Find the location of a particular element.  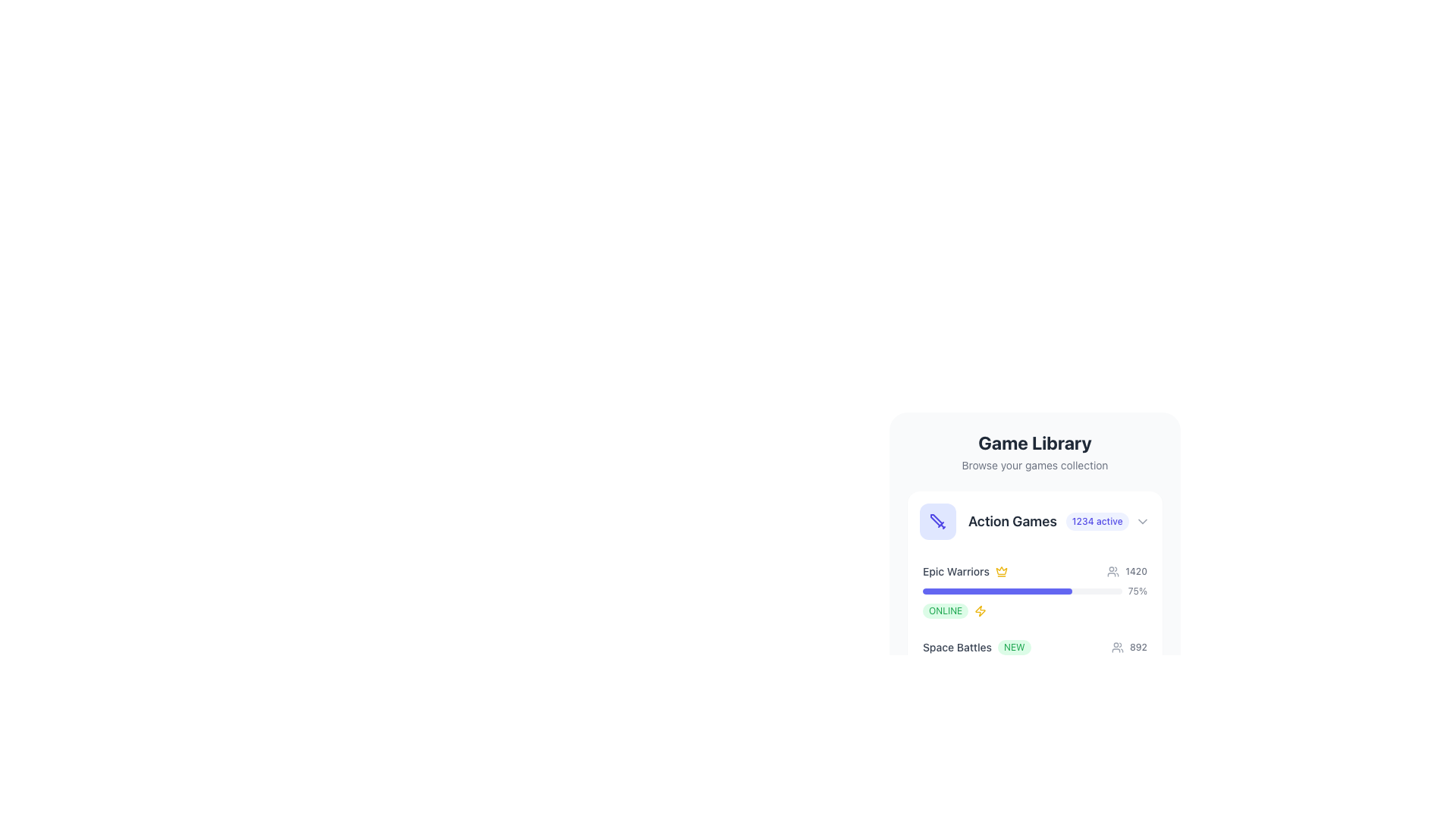

the yellow crown icon located to the right of the 'Epic Warriors' text in the 'Game Library' under the 'Action Games' section is located at coordinates (1001, 571).